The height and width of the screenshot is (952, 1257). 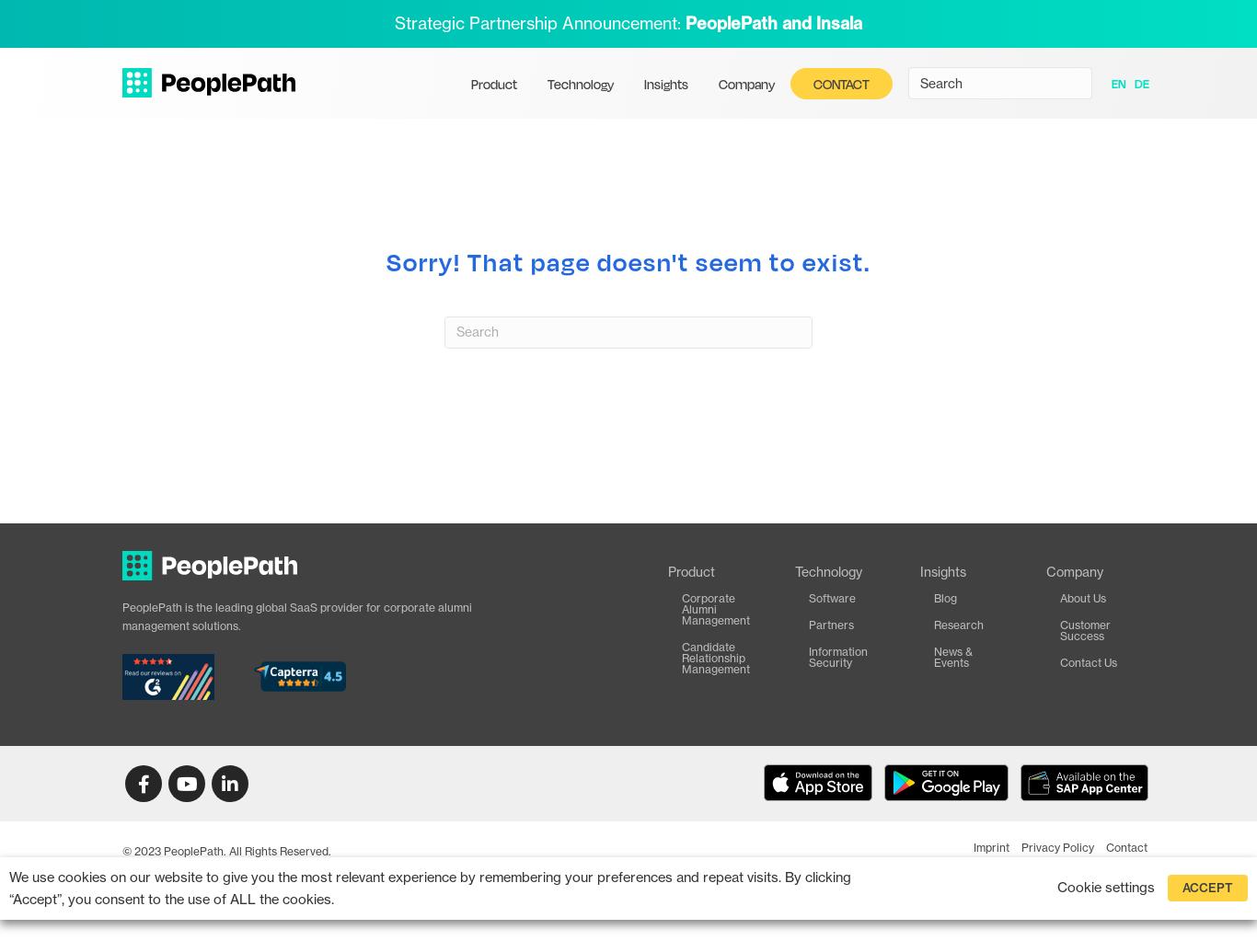 I want to click on 'Contact Us', so click(x=1059, y=660).